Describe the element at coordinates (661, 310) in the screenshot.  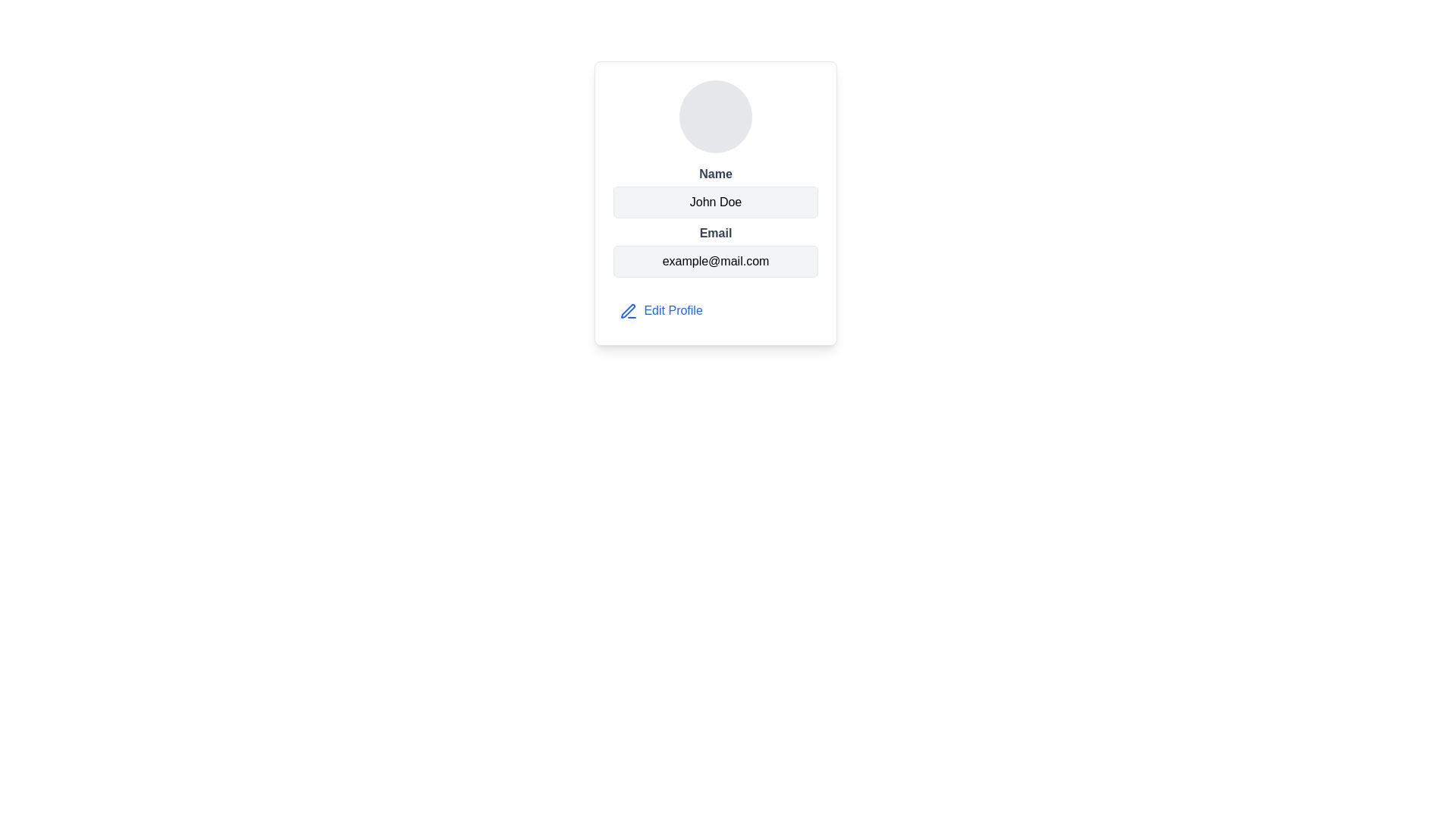
I see `the button located at the bottom-left section of the user's profile card to initiate profile editing` at that location.